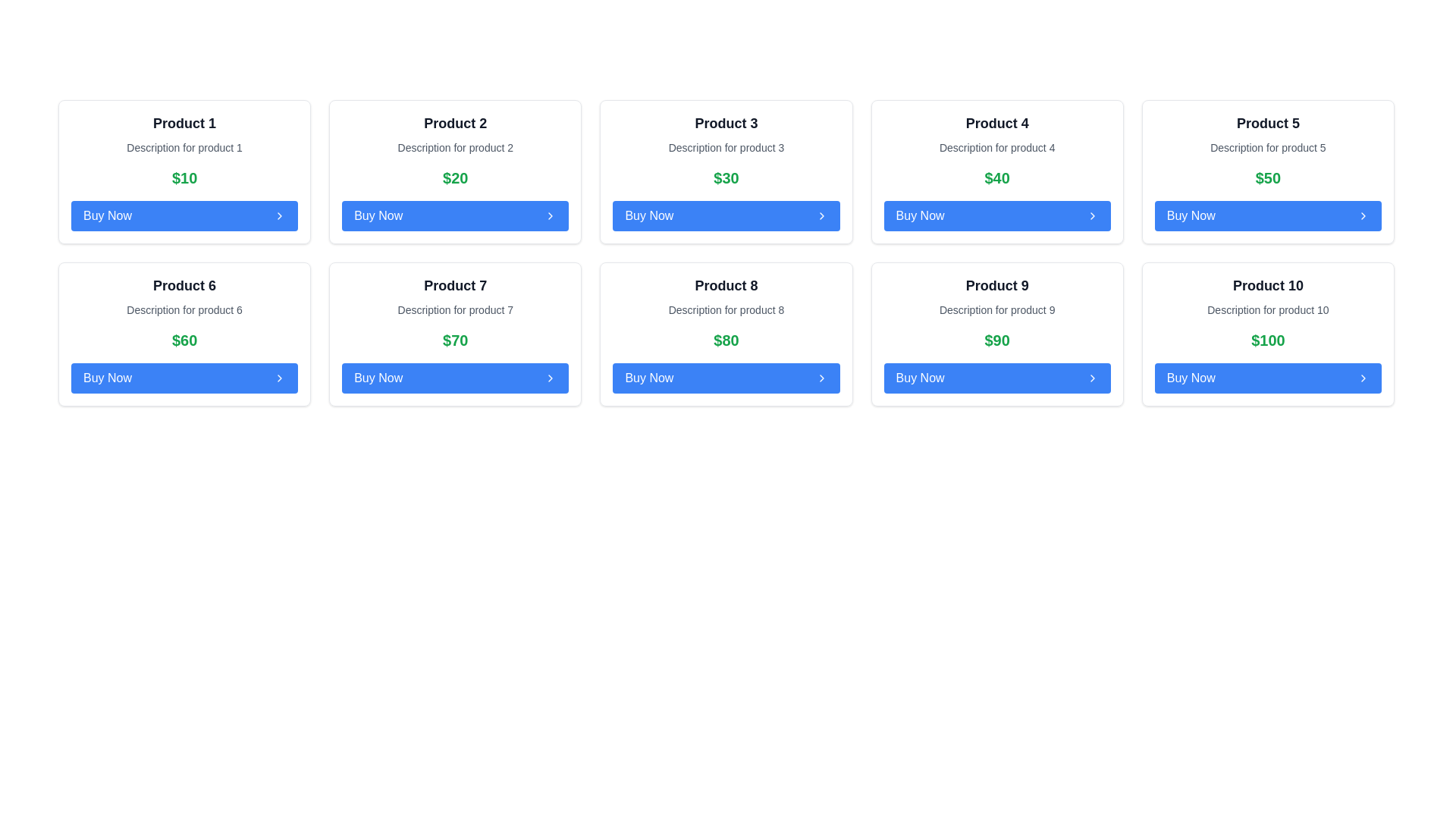 The image size is (1456, 819). Describe the element at coordinates (726, 148) in the screenshot. I see `the non-interactive description text label located in the 'Product 3' card, positioned below 'Product 3' and above the price '$30'` at that location.